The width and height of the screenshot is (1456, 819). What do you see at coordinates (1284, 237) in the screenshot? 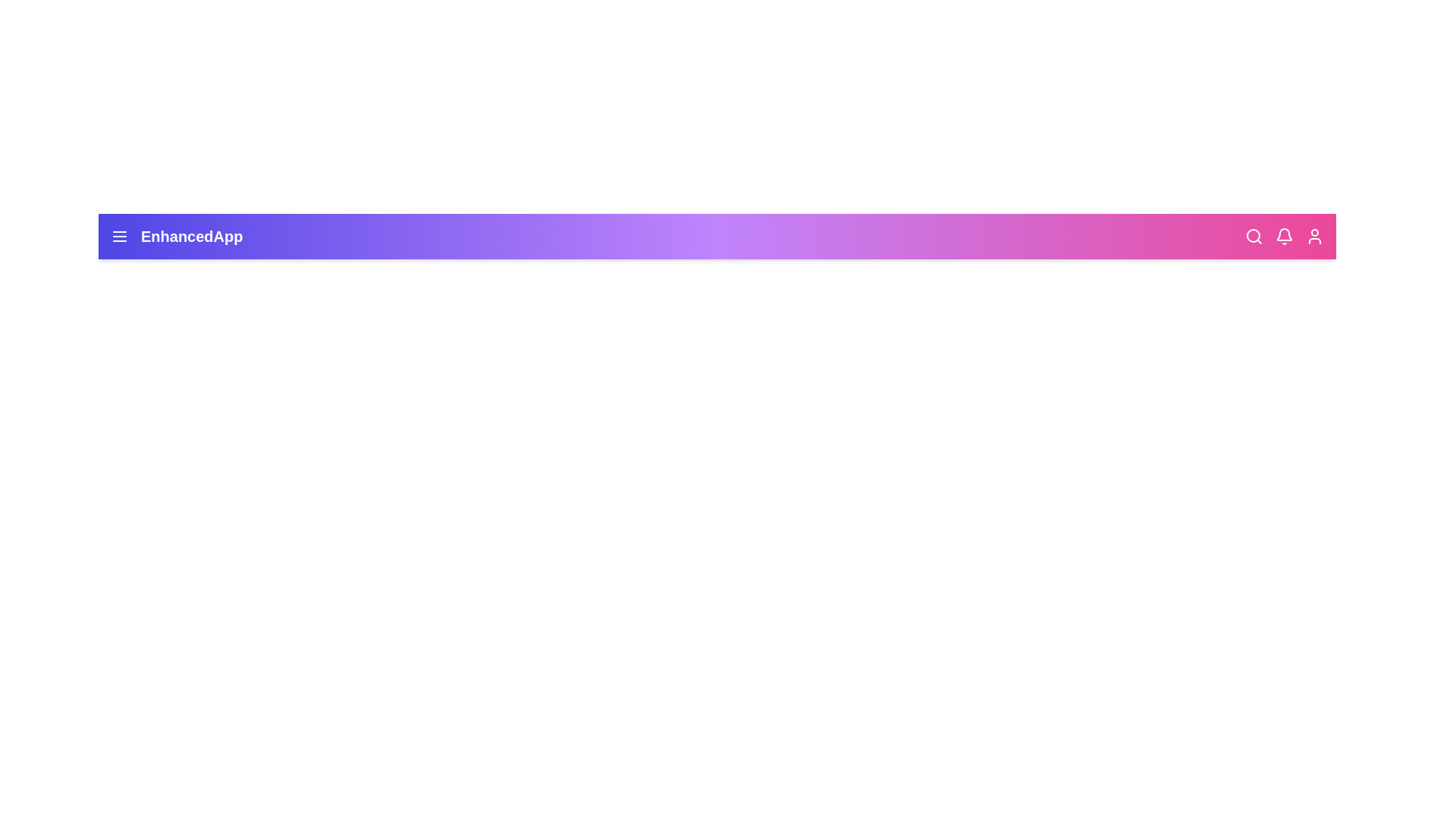
I see `the notification bell icon to view notifications` at bounding box center [1284, 237].